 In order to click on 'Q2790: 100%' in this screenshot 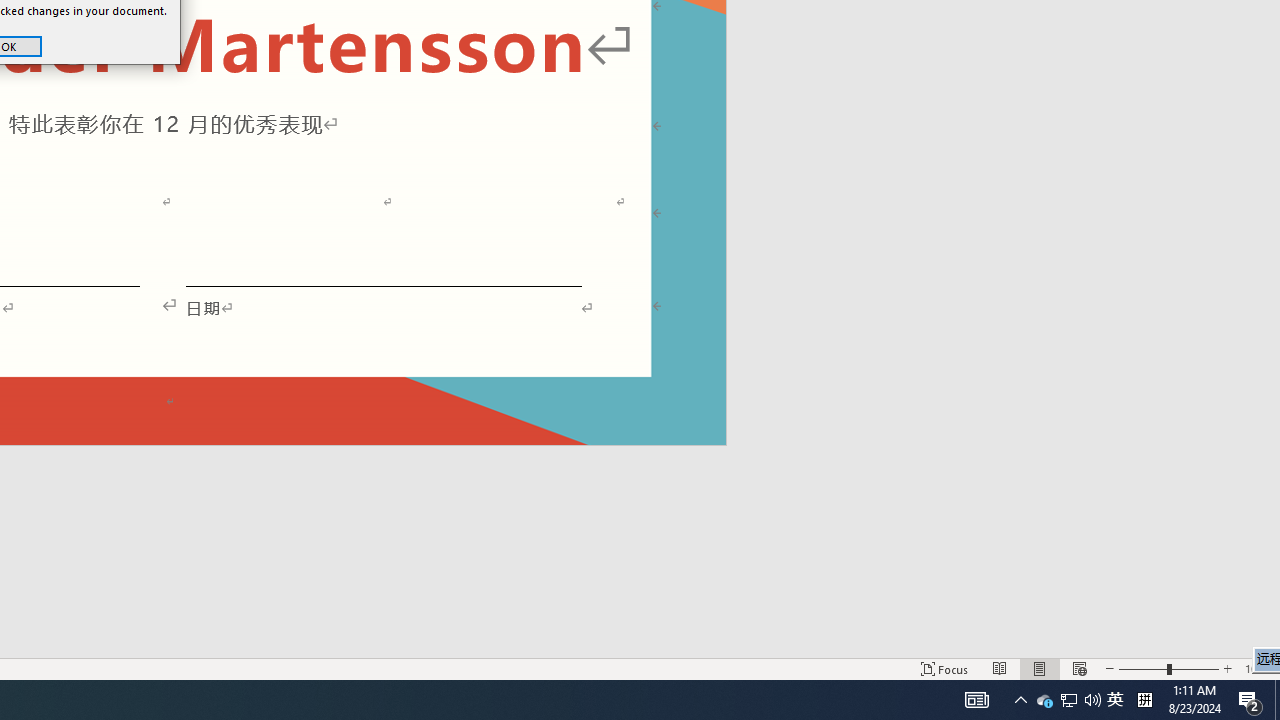, I will do `click(977, 698)`.